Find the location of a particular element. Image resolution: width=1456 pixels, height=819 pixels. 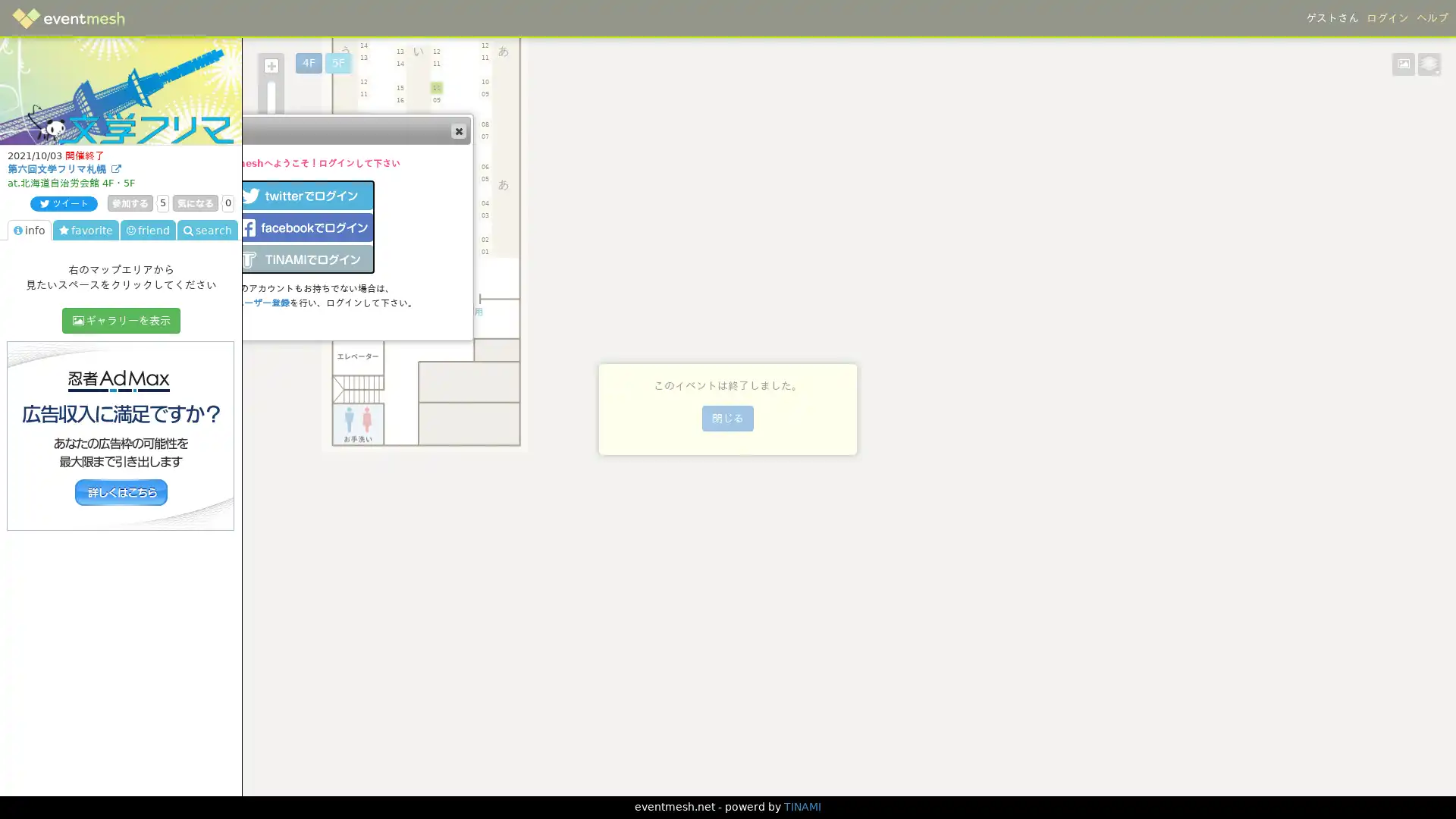

5F is located at coordinates (337, 62).